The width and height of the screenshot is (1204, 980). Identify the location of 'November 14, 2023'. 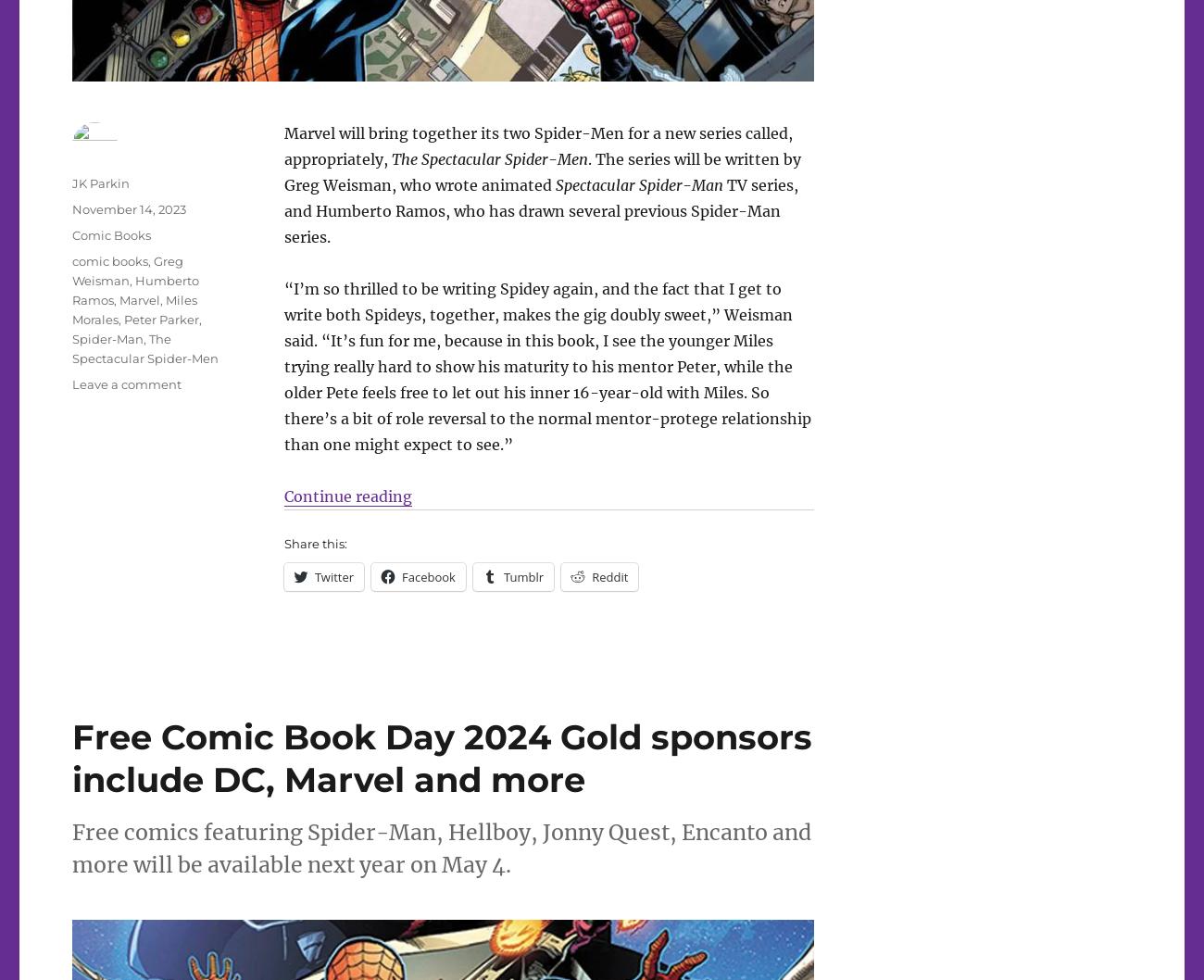
(128, 208).